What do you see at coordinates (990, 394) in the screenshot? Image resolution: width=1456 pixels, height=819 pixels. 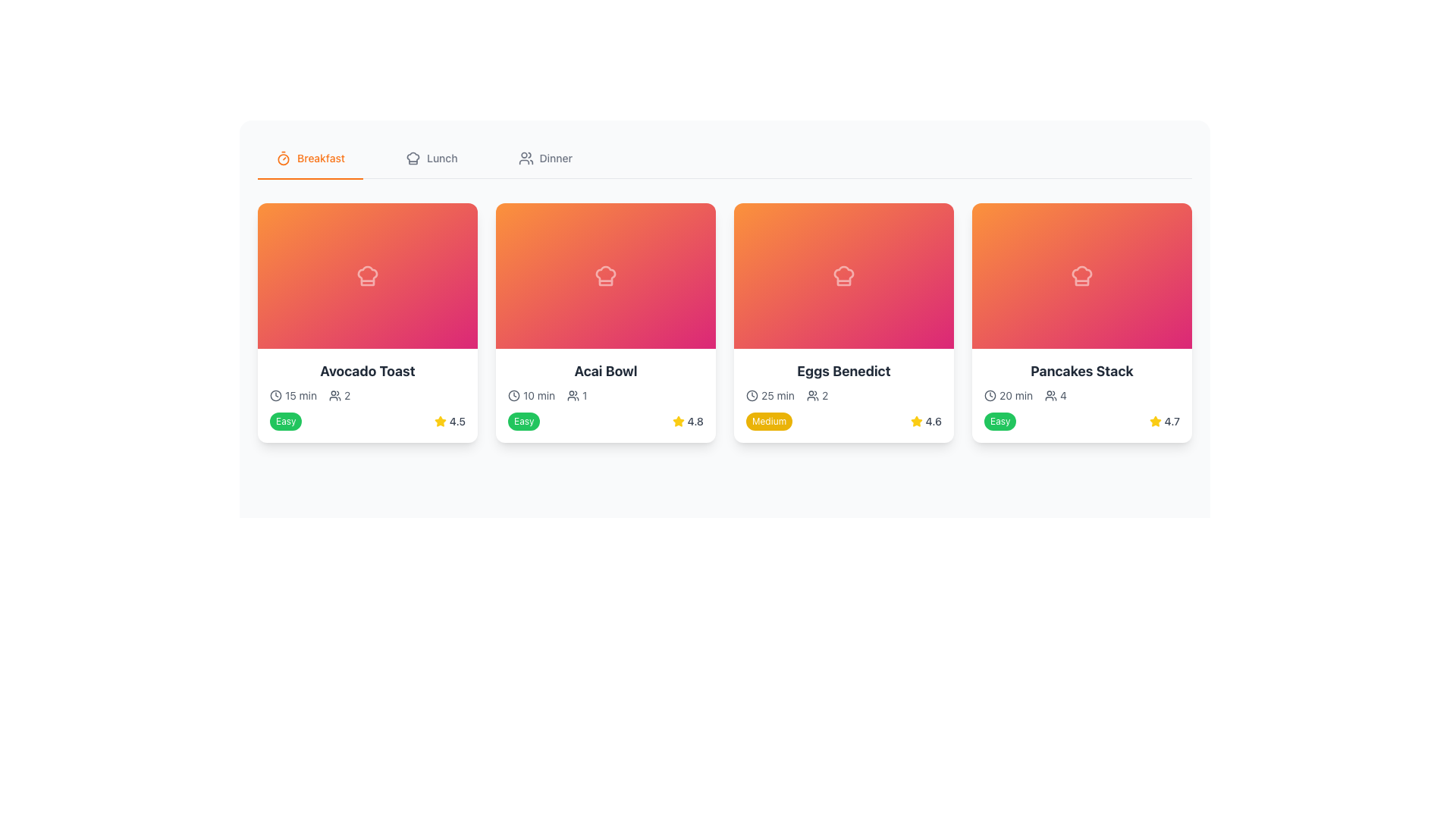 I see `the circular SVG graphic element representing the outer outline of the clock icon in the navigation bar for the active tab labeled 'Breakfast'` at bounding box center [990, 394].